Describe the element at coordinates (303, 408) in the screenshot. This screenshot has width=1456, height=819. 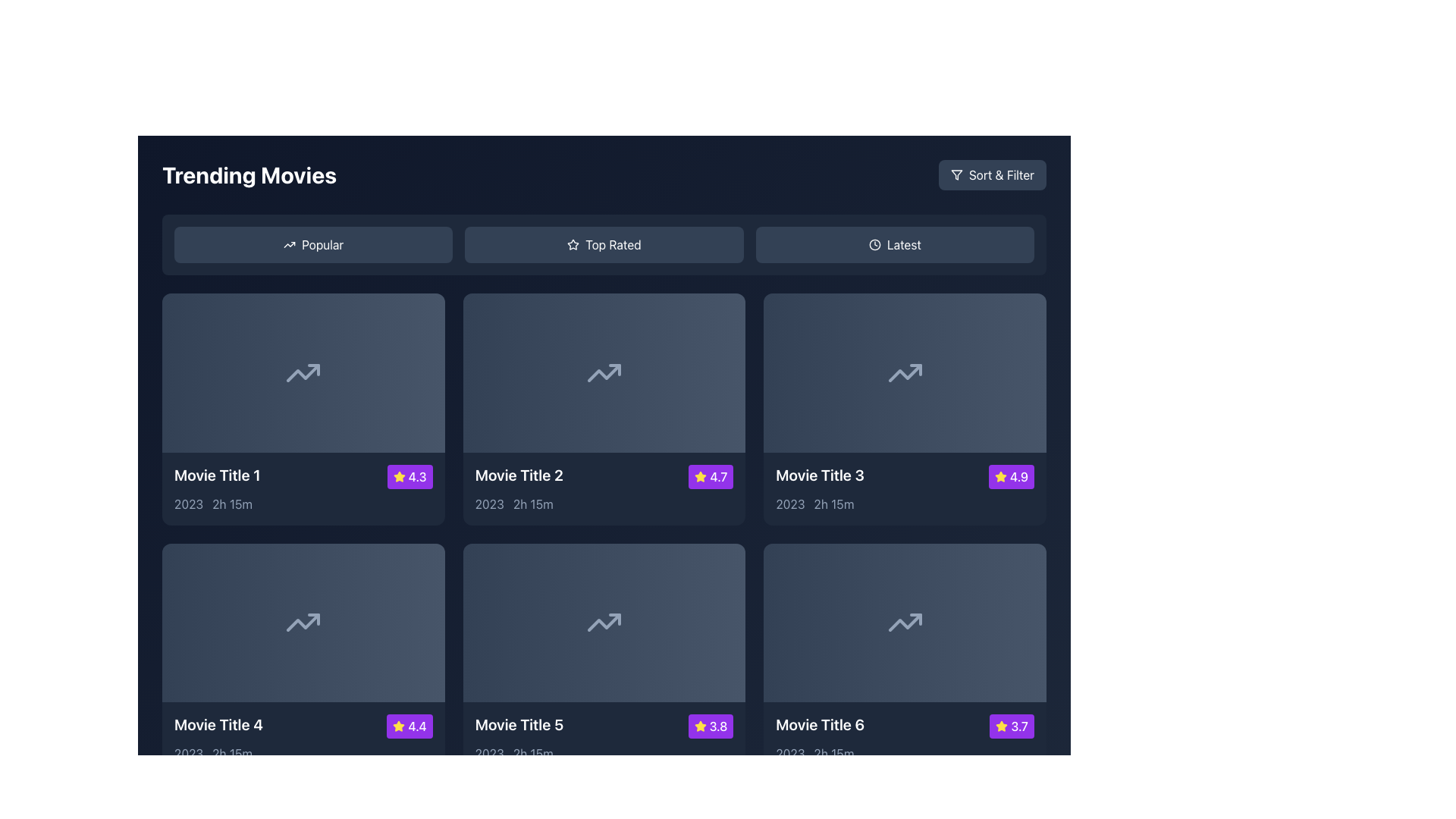
I see `the first movie card in the 'Trending Movies' section, located at the top-left position of the grid, which provides details about a specific movie` at that location.